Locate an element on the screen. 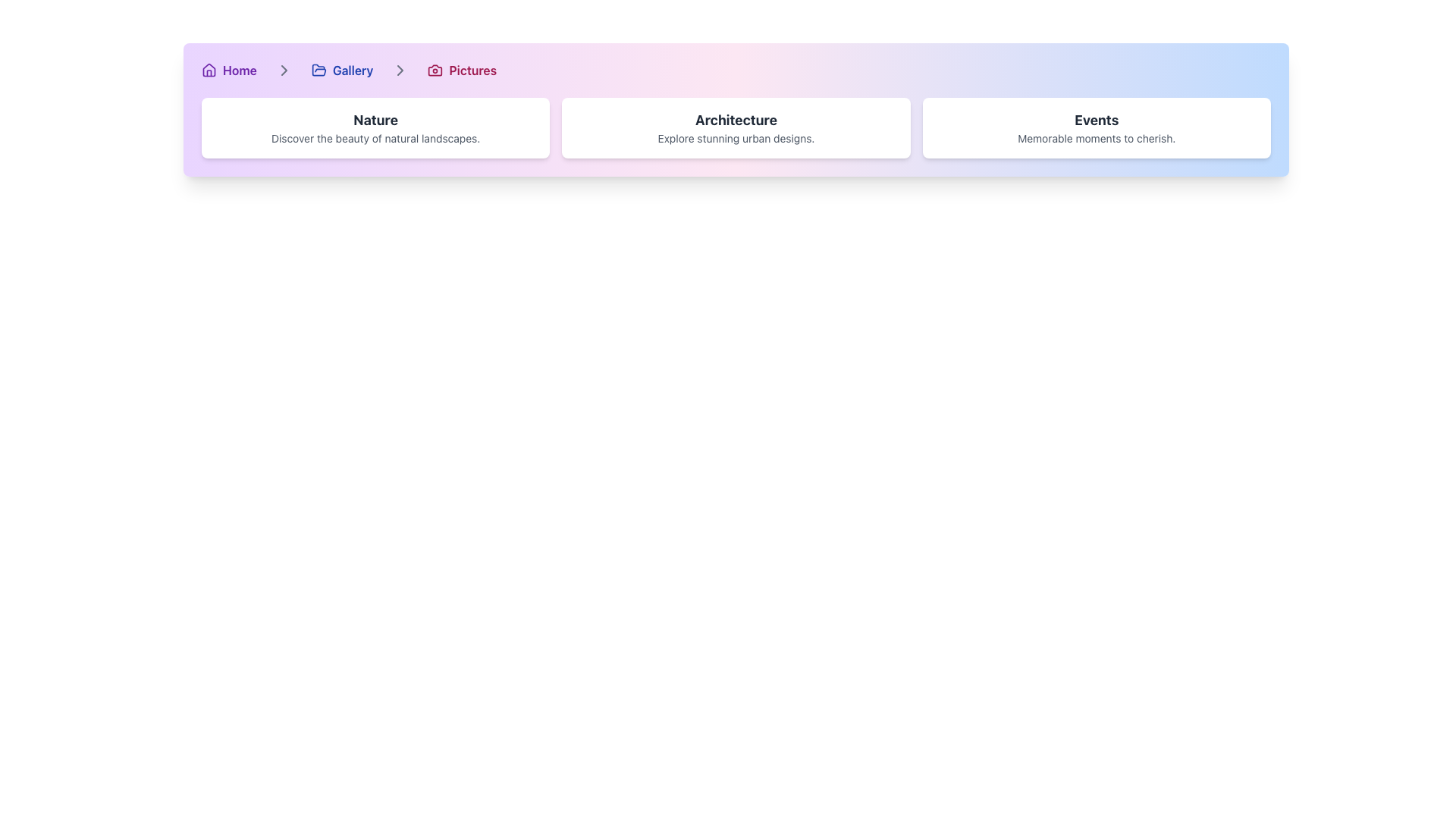 The image size is (1456, 819). static text label displaying 'Memorable moments to cherish.' located within the 'Events' card, positioned below the 'Events' header is located at coordinates (1097, 138).